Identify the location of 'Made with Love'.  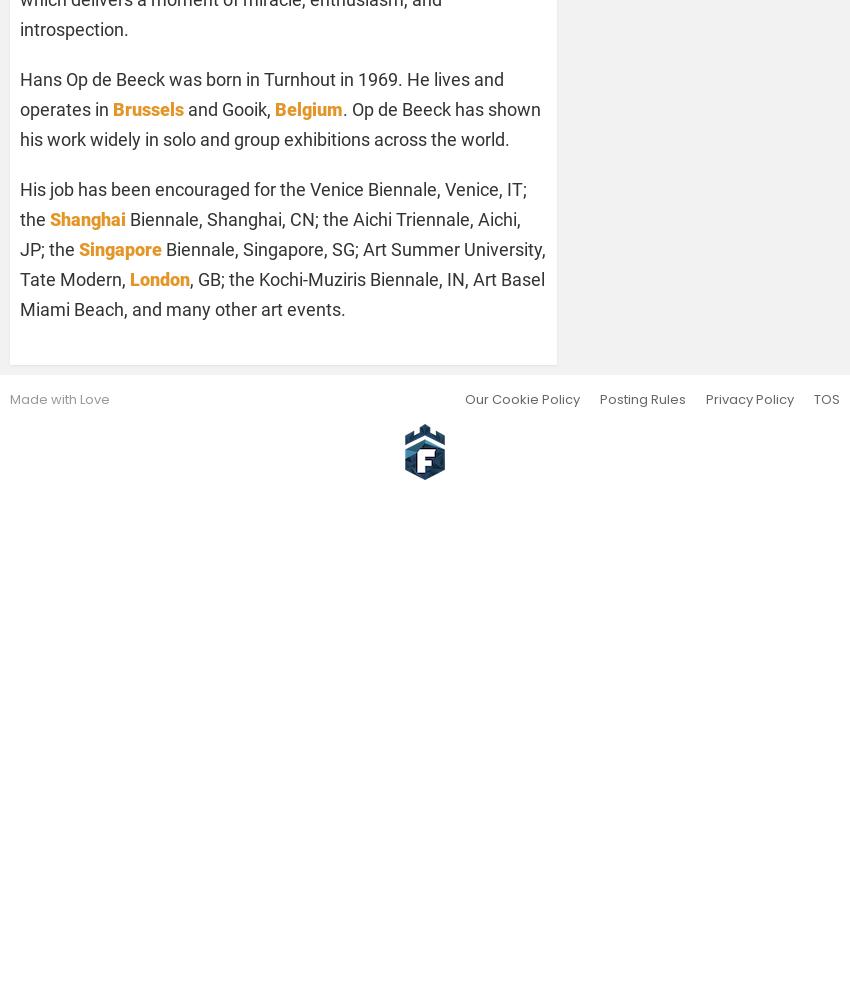
(9, 398).